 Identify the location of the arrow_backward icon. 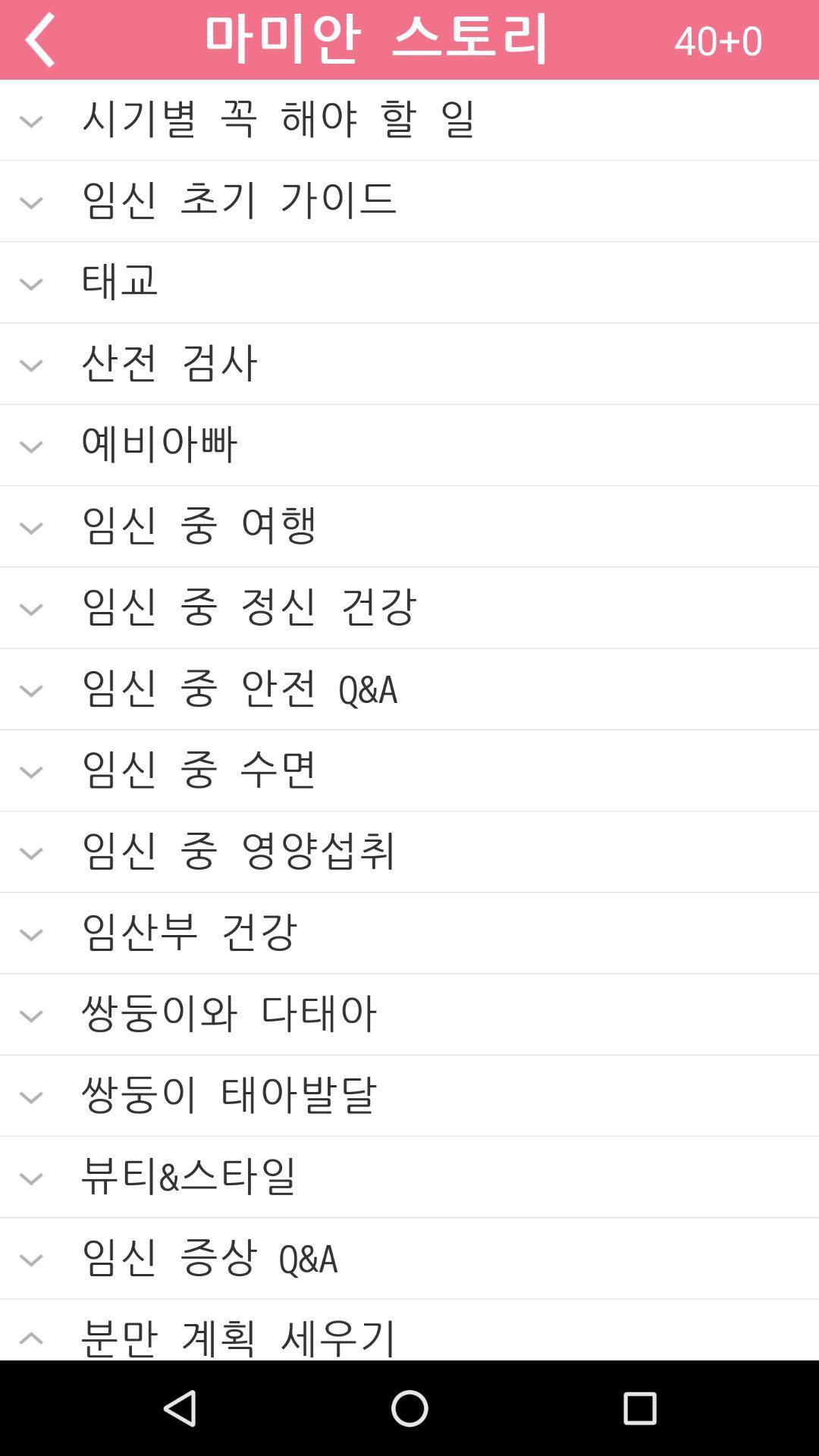
(39, 42).